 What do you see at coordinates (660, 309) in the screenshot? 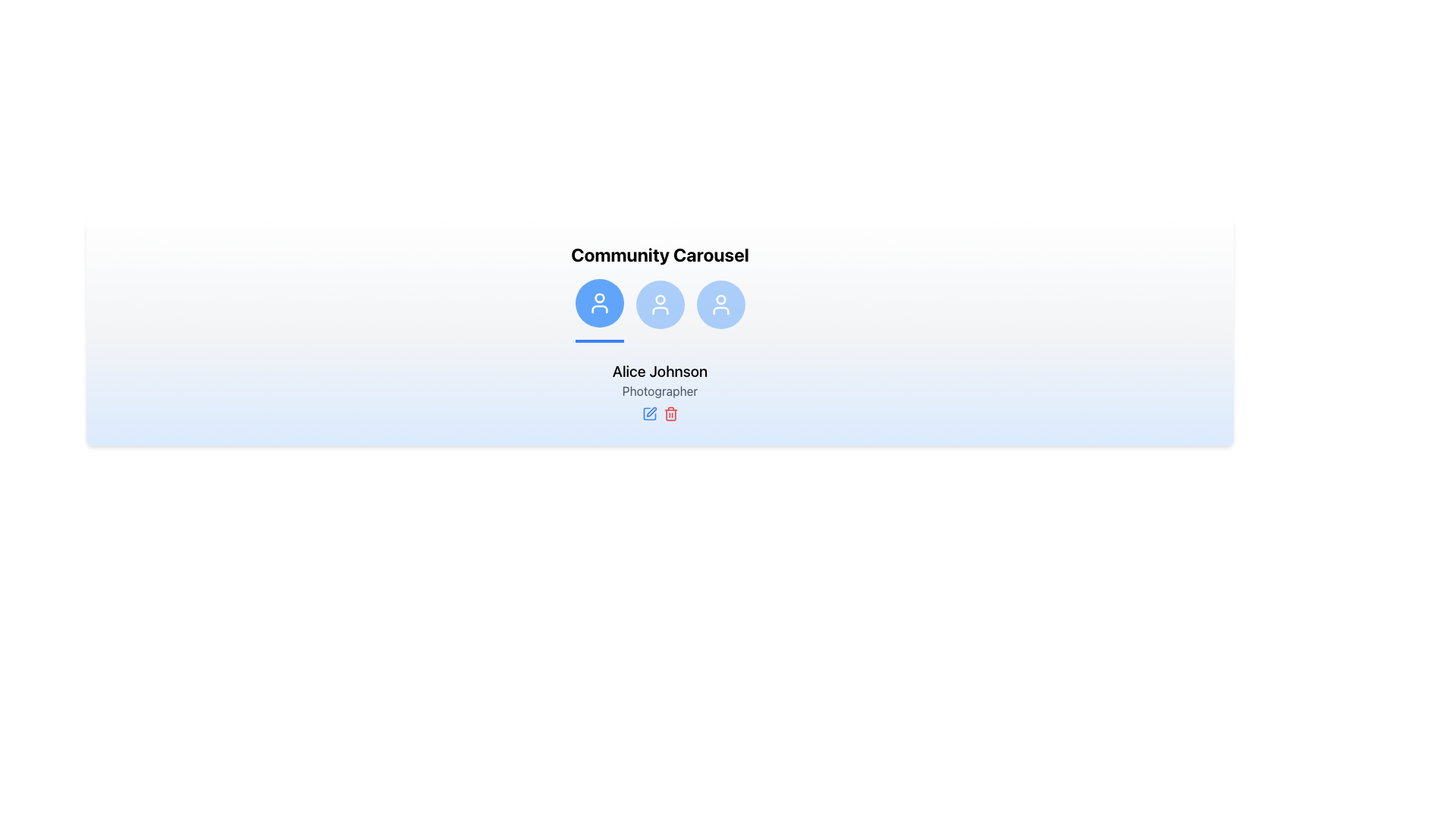
I see `the middle user profile icon in the Community Carousel` at bounding box center [660, 309].